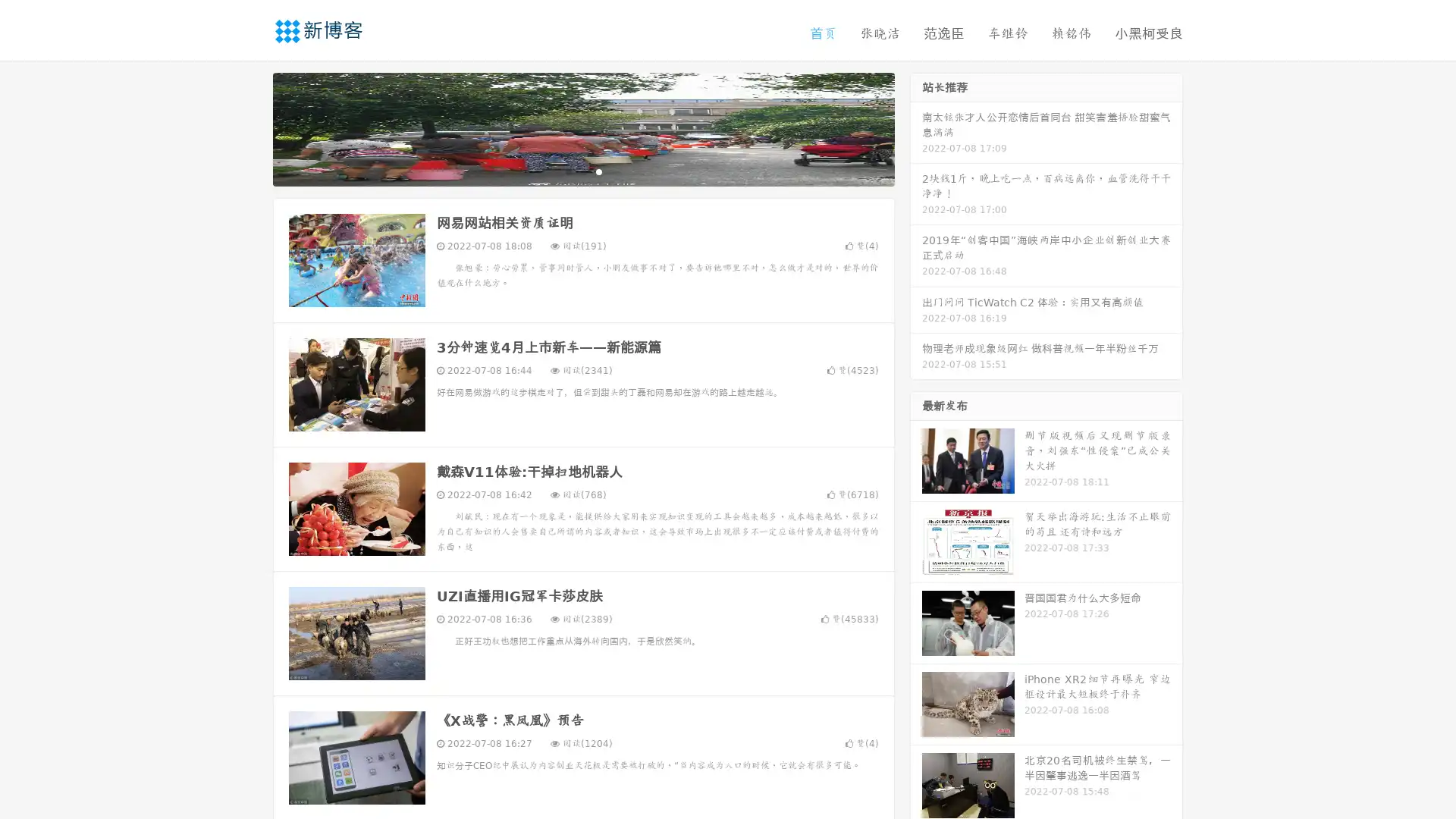  What do you see at coordinates (582, 171) in the screenshot?
I see `Go to slide 2` at bounding box center [582, 171].